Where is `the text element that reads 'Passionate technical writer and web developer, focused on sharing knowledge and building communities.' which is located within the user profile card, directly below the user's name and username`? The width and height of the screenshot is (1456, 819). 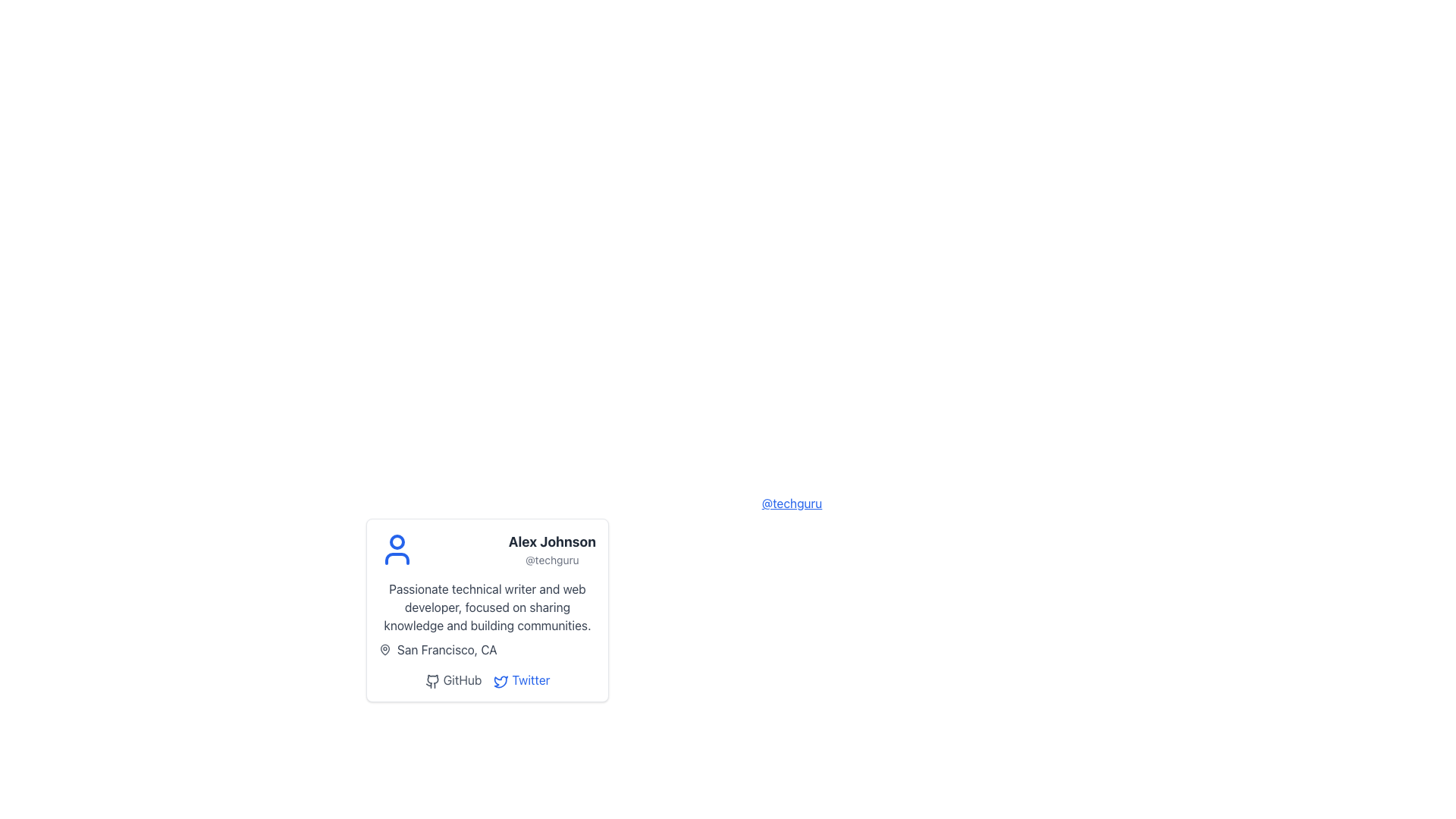 the text element that reads 'Passionate technical writer and web developer, focused on sharing knowledge and building communities.' which is located within the user profile card, directly below the user's name and username is located at coordinates (488, 607).